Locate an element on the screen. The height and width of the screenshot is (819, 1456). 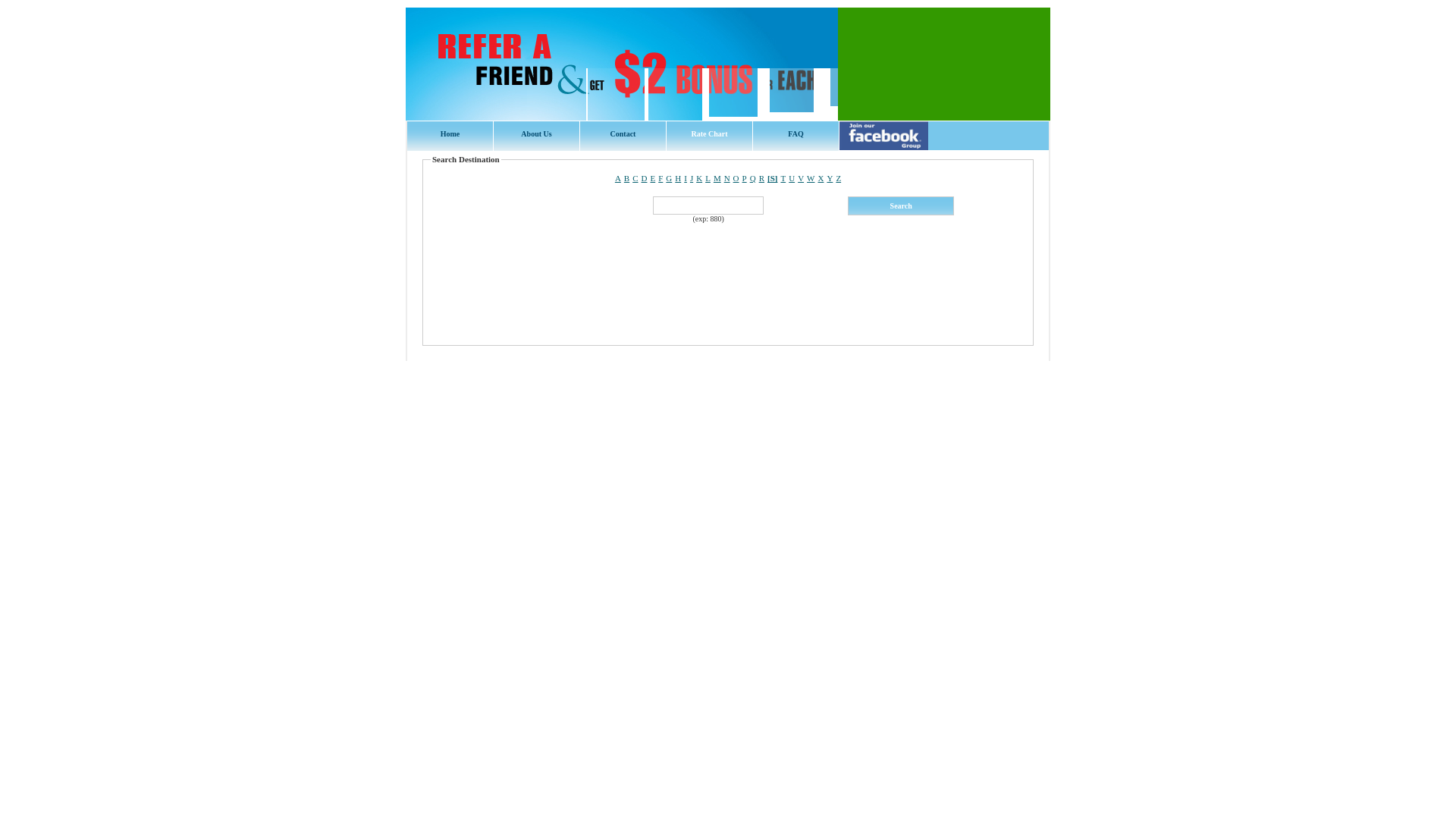
'D' is located at coordinates (644, 177).